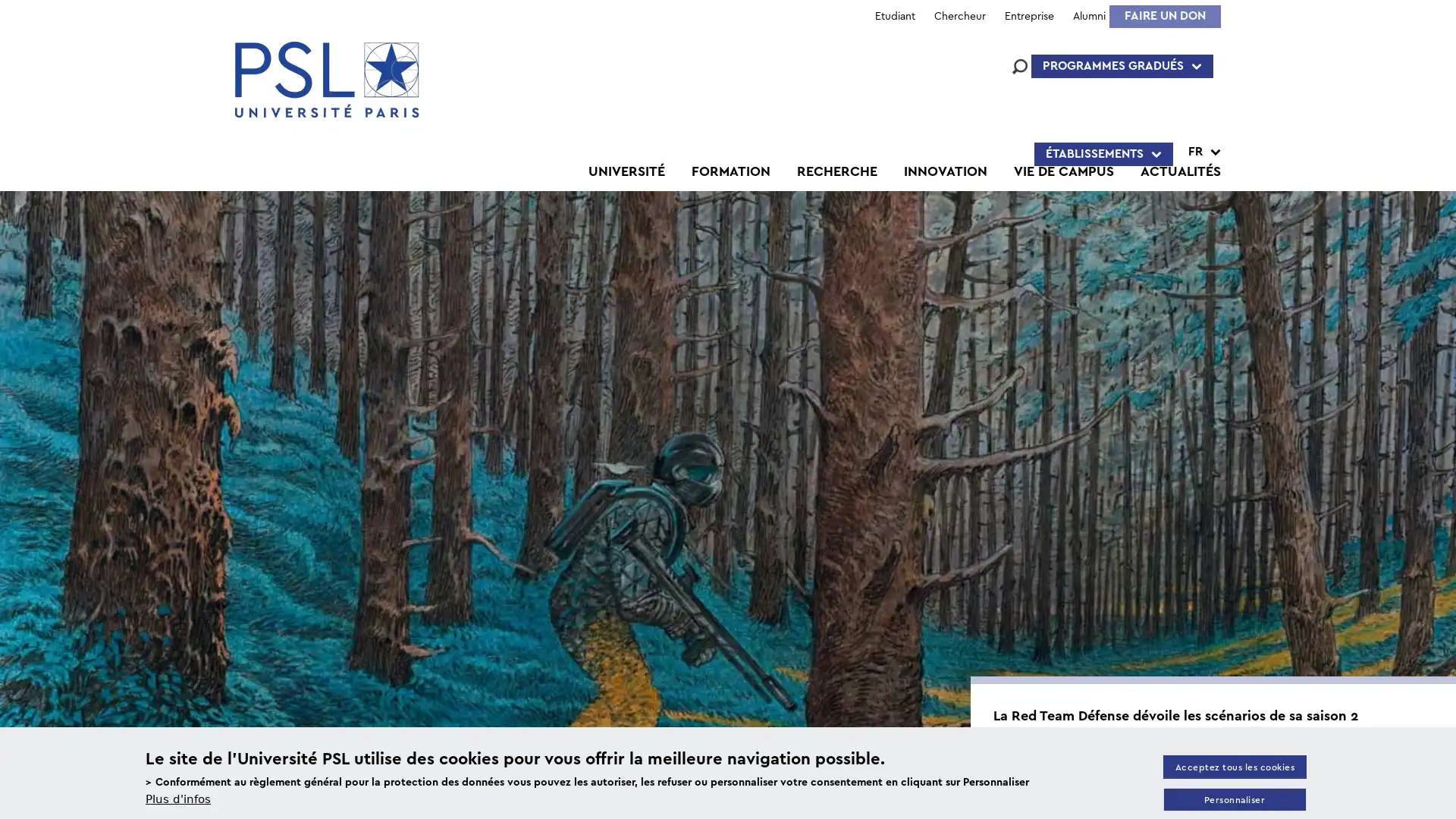 The width and height of the screenshot is (1456, 819). Describe the element at coordinates (1437, 148) in the screenshot. I see `Fermer` at that location.